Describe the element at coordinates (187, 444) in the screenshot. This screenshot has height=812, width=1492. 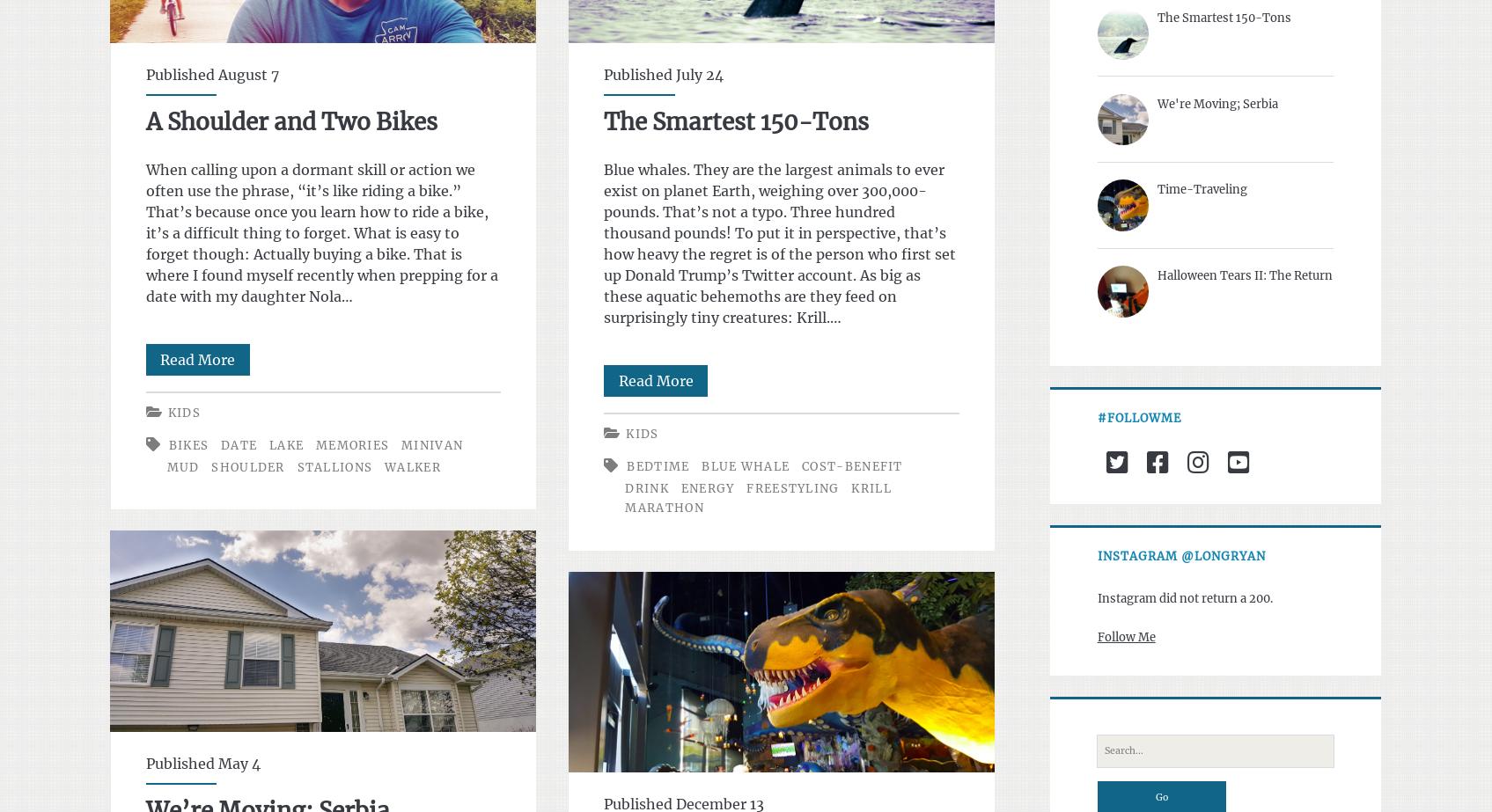
I see `'bikes'` at that location.